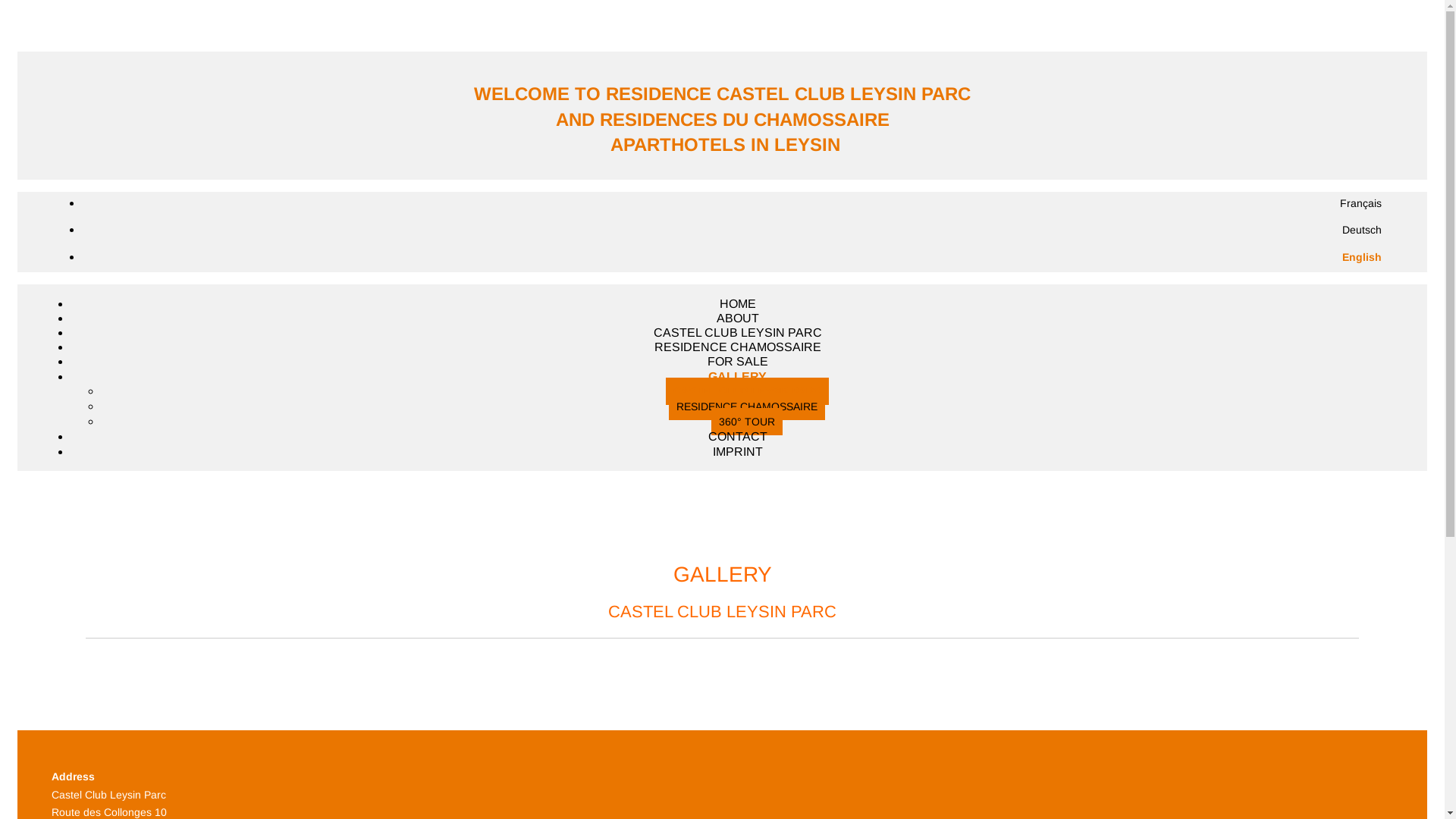 The image size is (1456, 819). What do you see at coordinates (1361, 256) in the screenshot?
I see `'English'` at bounding box center [1361, 256].